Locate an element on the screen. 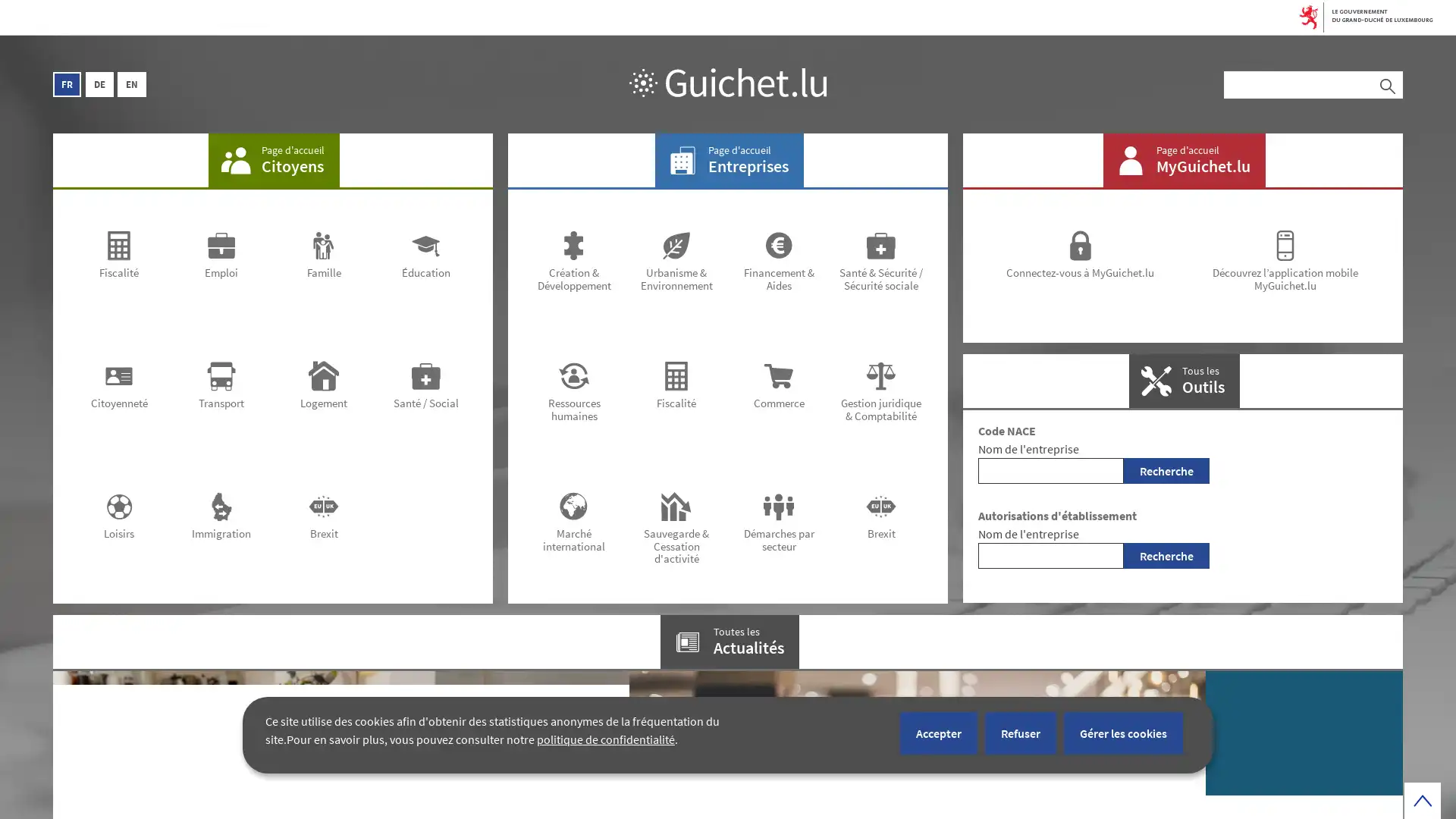 The image size is (1456, 819). Refuser is located at coordinates (1020, 733).